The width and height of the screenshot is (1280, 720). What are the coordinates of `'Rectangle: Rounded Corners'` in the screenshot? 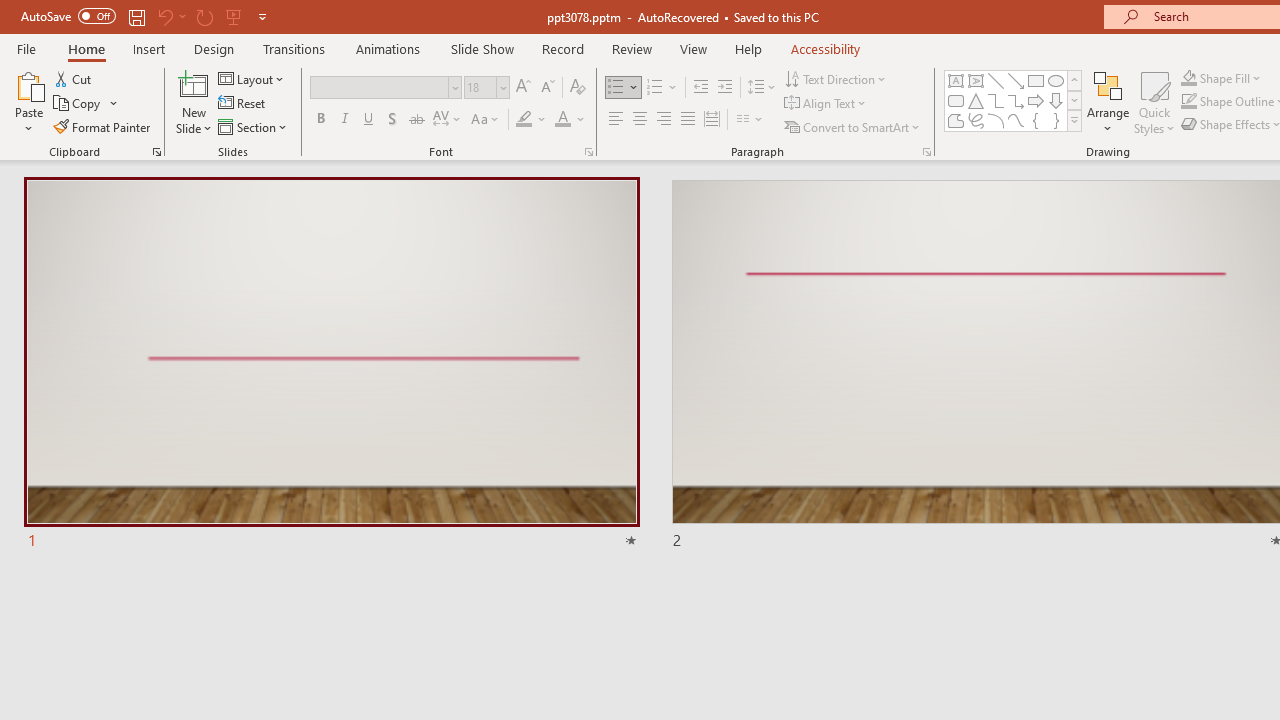 It's located at (955, 100).